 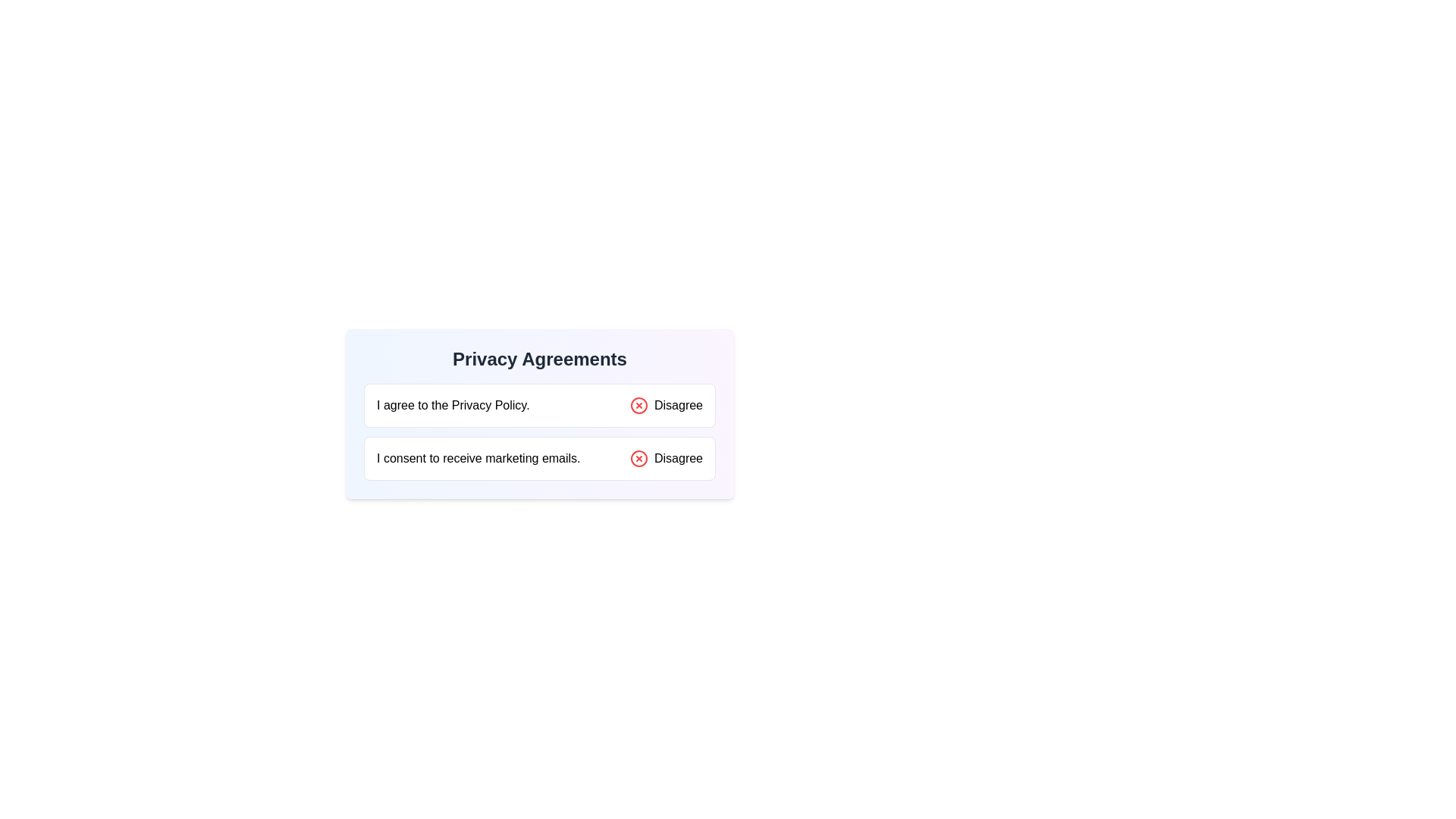 I want to click on the 'Disagree' text label next to the cross icon in the footer of the 'Privacy Agreements' section, so click(x=677, y=458).